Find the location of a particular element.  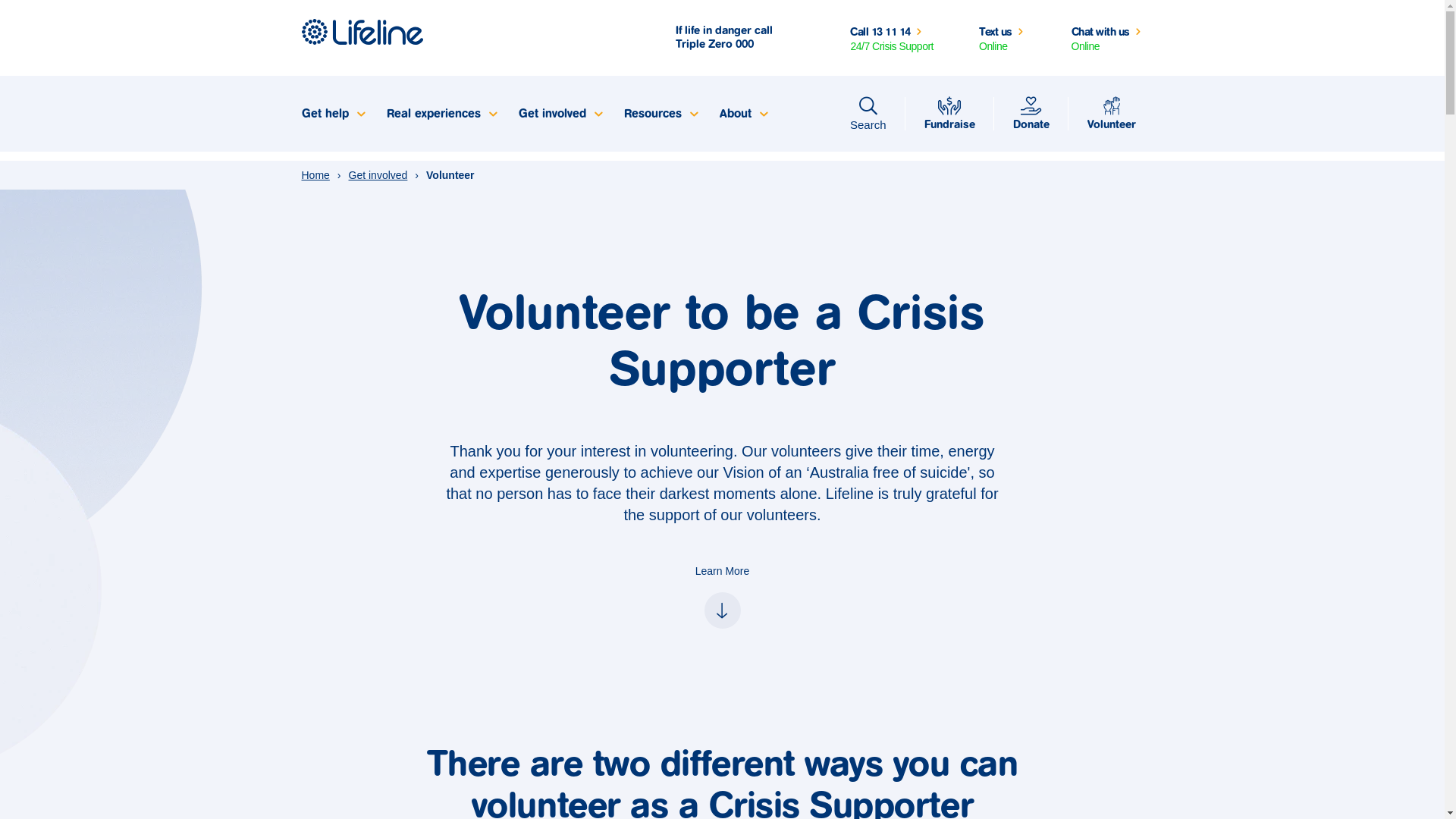

'Learn More' is located at coordinates (720, 595).